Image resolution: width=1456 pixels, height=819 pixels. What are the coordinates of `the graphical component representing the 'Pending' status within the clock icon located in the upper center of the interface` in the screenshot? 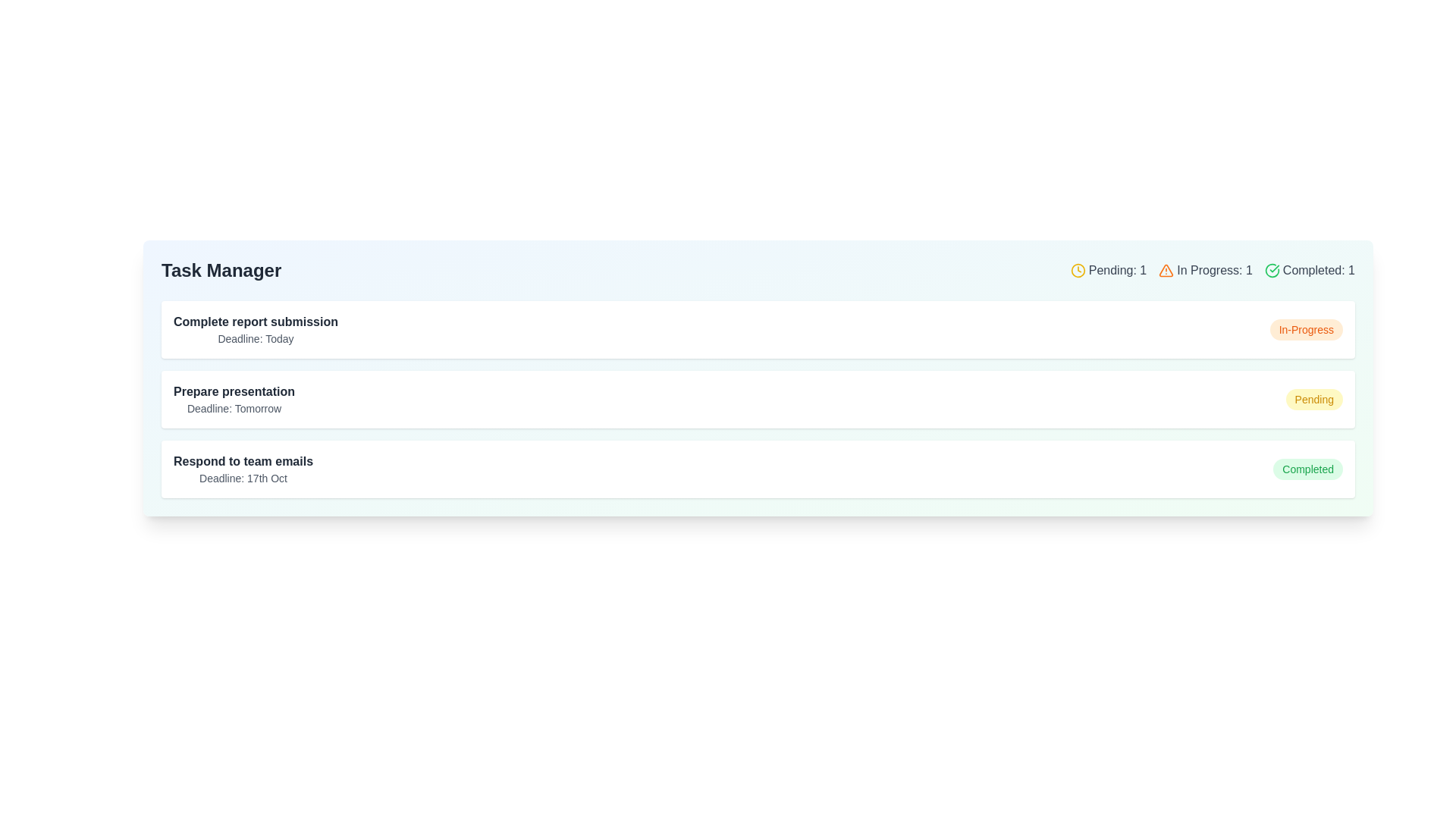 It's located at (1077, 270).